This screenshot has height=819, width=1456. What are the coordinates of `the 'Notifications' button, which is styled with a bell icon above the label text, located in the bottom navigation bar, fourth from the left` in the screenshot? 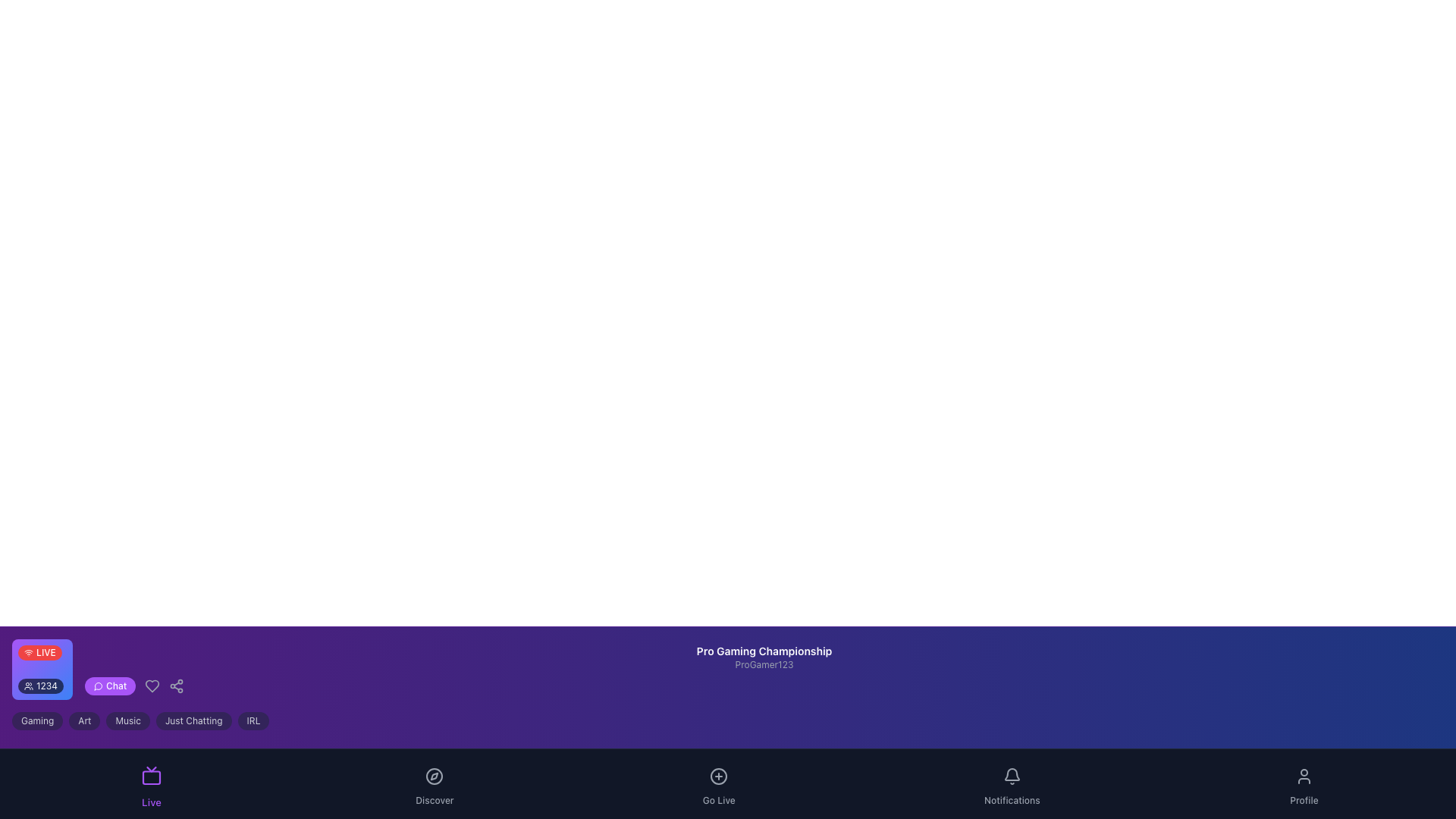 It's located at (1012, 783).